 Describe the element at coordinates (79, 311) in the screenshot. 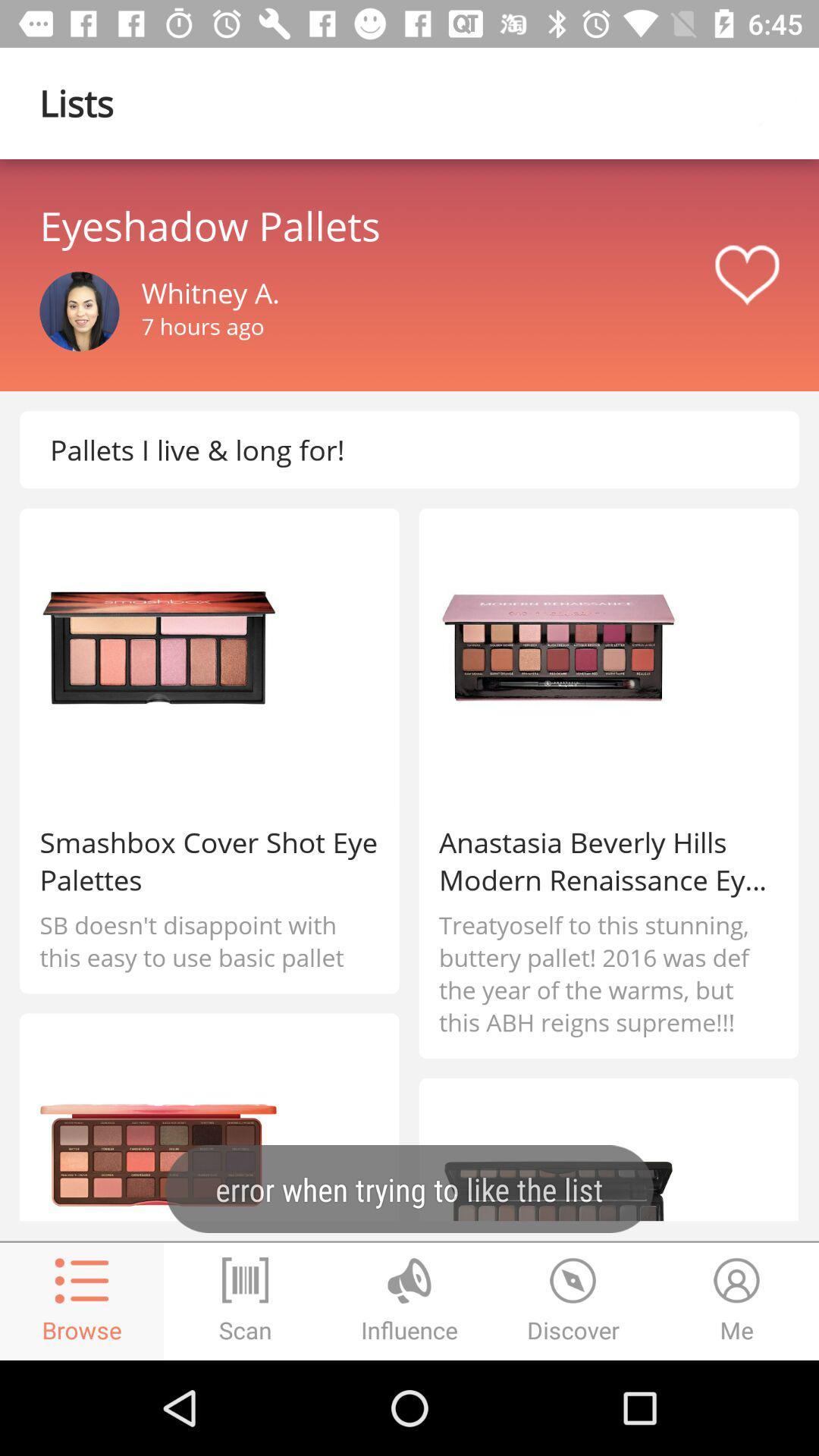

I see `profile` at that location.